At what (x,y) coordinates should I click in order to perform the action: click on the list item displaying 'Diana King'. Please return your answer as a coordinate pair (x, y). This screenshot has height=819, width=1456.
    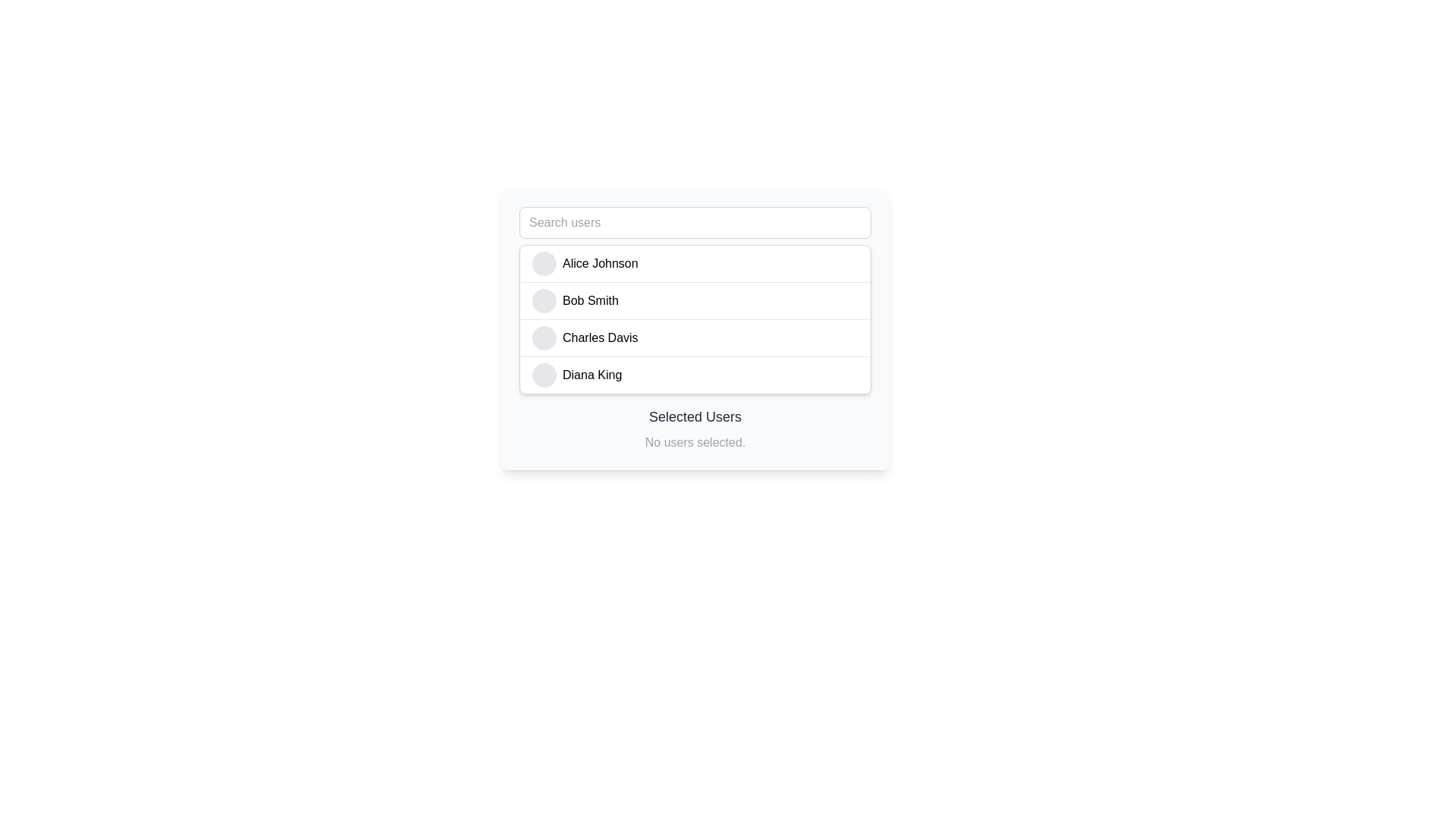
    Looking at the image, I should click on (694, 375).